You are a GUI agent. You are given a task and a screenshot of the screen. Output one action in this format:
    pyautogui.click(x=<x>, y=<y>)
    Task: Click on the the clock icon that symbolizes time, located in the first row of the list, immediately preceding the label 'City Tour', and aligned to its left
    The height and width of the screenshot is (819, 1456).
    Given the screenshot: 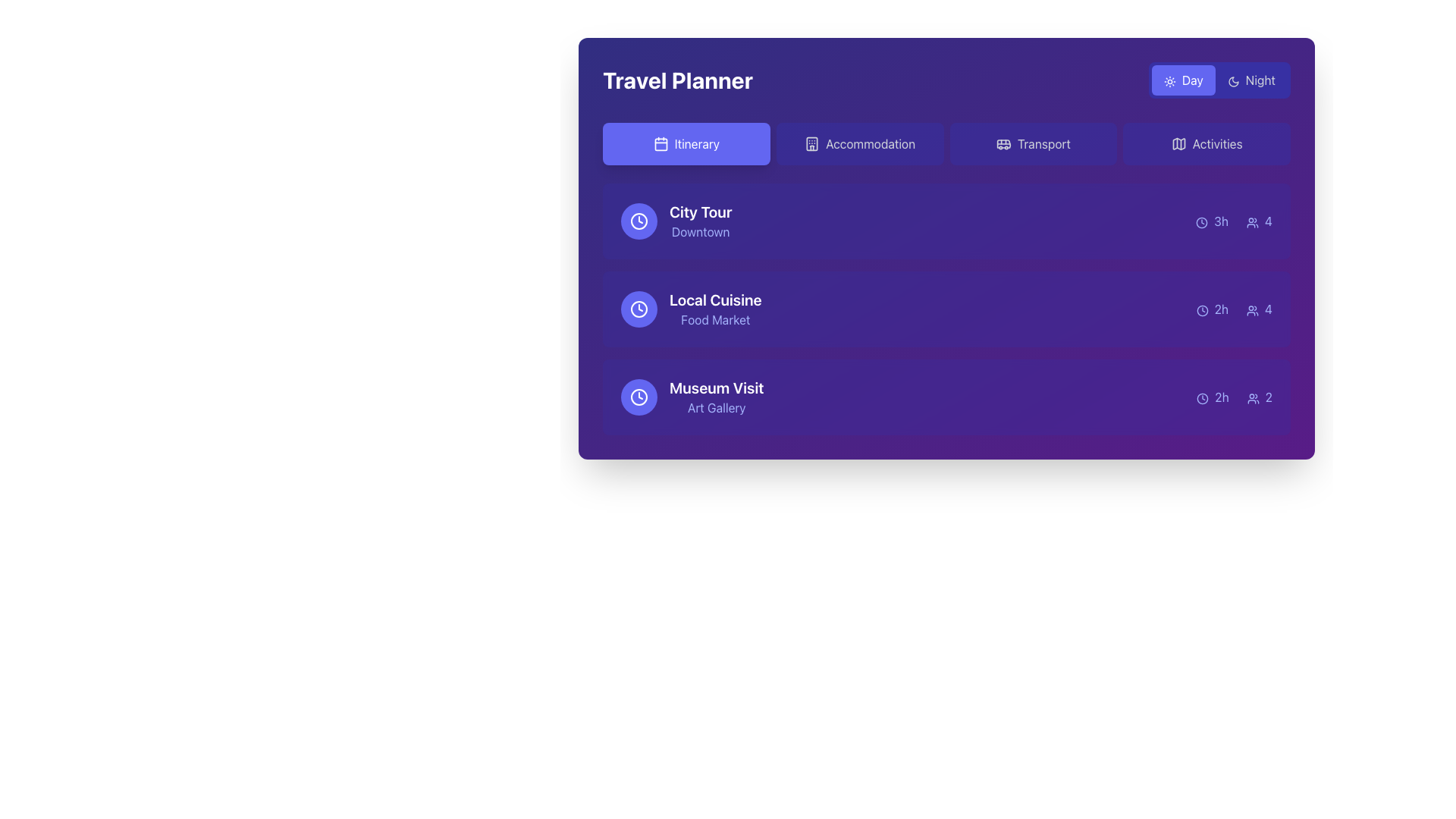 What is the action you would take?
    pyautogui.click(x=639, y=221)
    